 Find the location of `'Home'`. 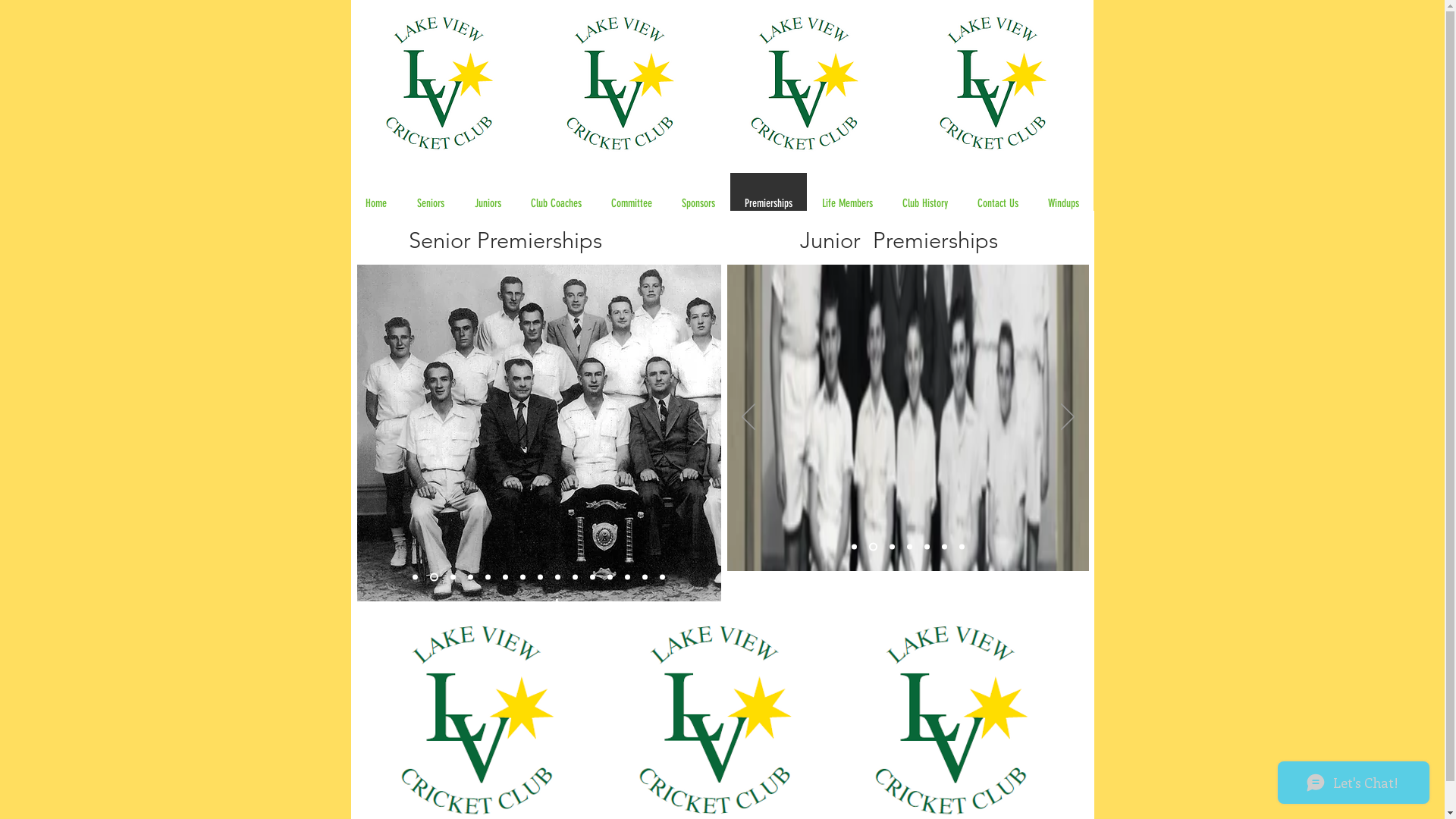

'Home' is located at coordinates (375, 202).